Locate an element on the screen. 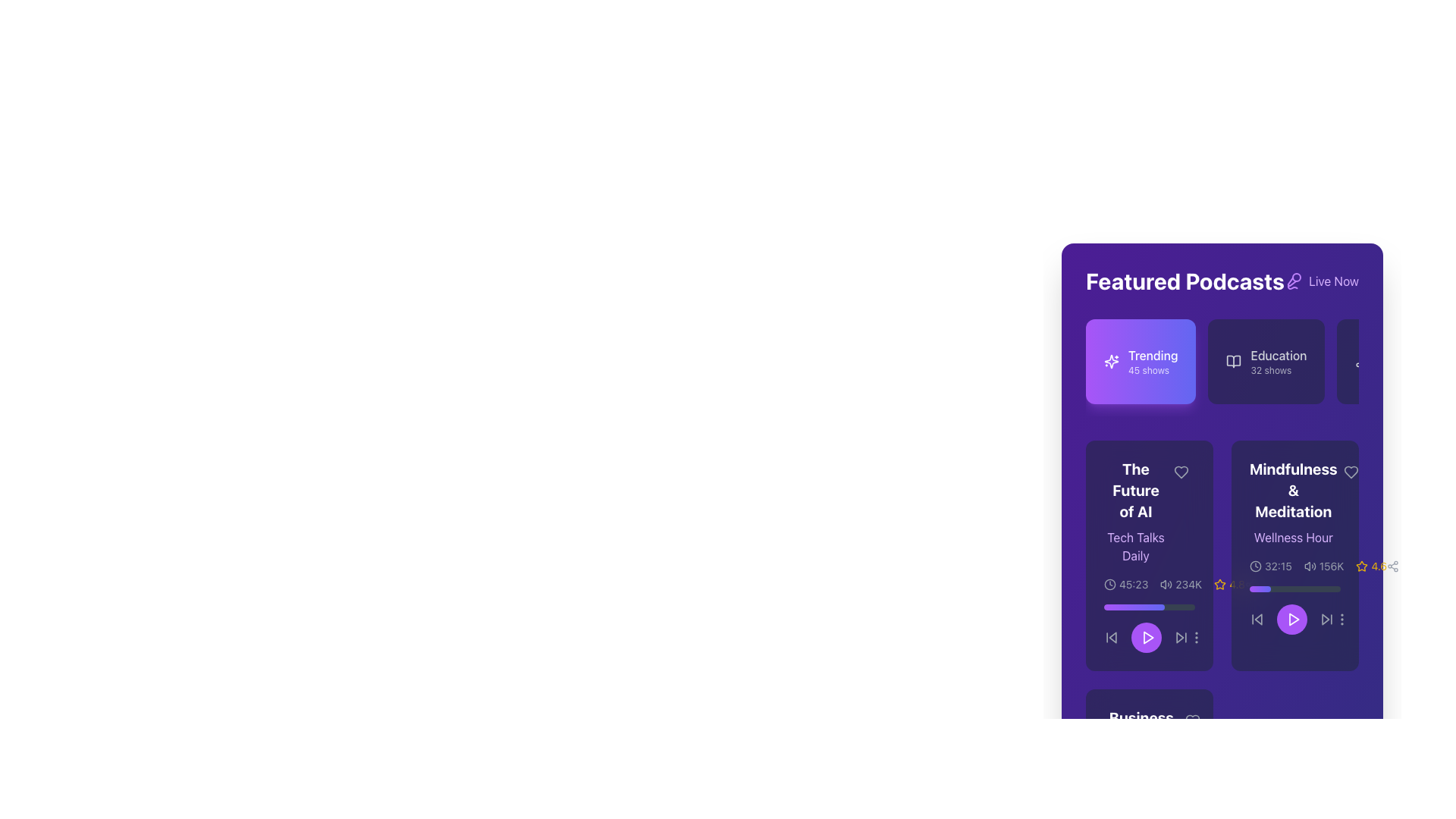  textual contents of the Text Block titled 'The Future of AI' with subtitle 'Tech Talks Daily', which is located in the 'Trending' category of the 'Featured Podcasts' section is located at coordinates (1150, 512).